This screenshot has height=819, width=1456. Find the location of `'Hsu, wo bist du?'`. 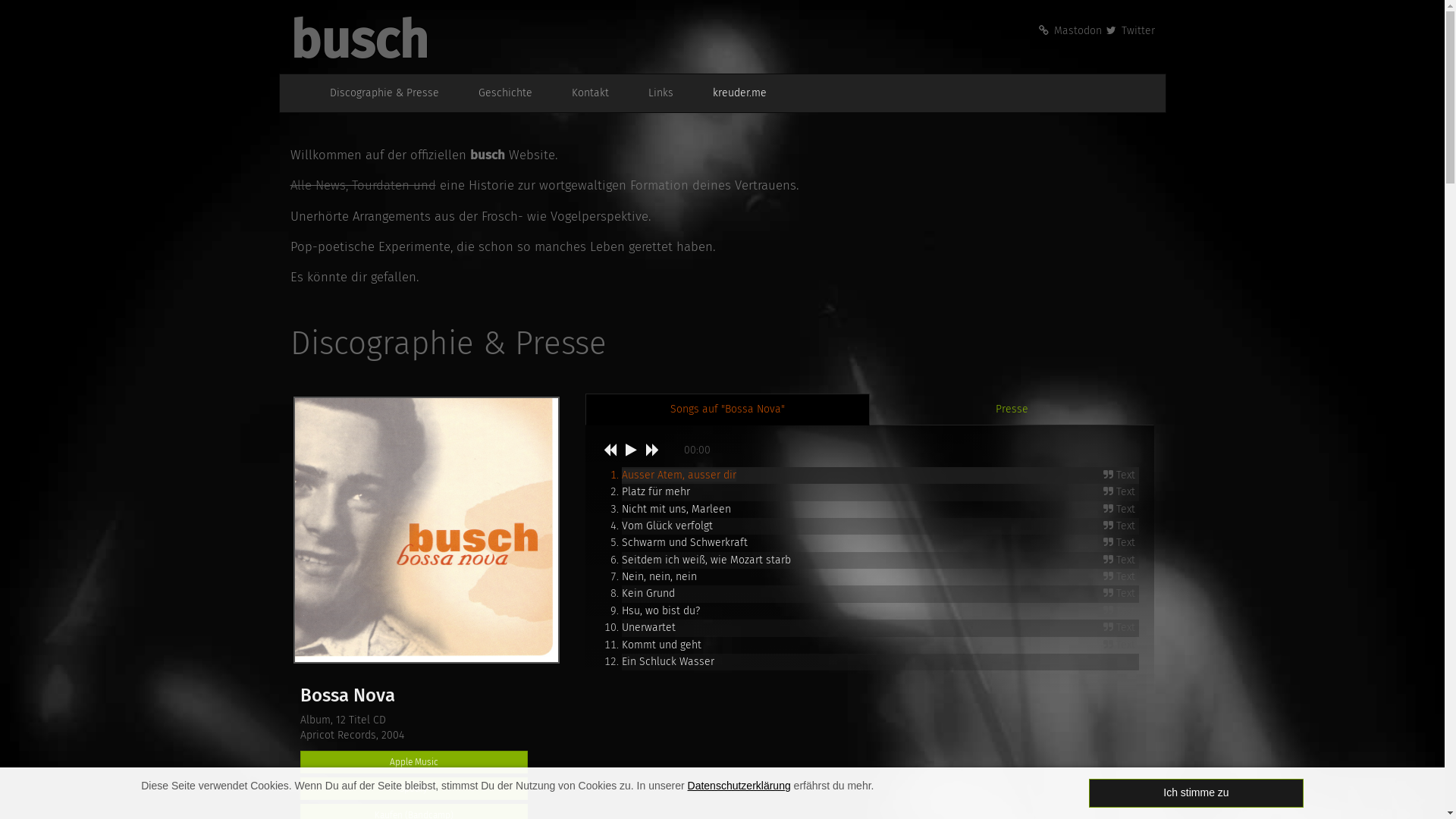

'Hsu, wo bist du?' is located at coordinates (661, 610).